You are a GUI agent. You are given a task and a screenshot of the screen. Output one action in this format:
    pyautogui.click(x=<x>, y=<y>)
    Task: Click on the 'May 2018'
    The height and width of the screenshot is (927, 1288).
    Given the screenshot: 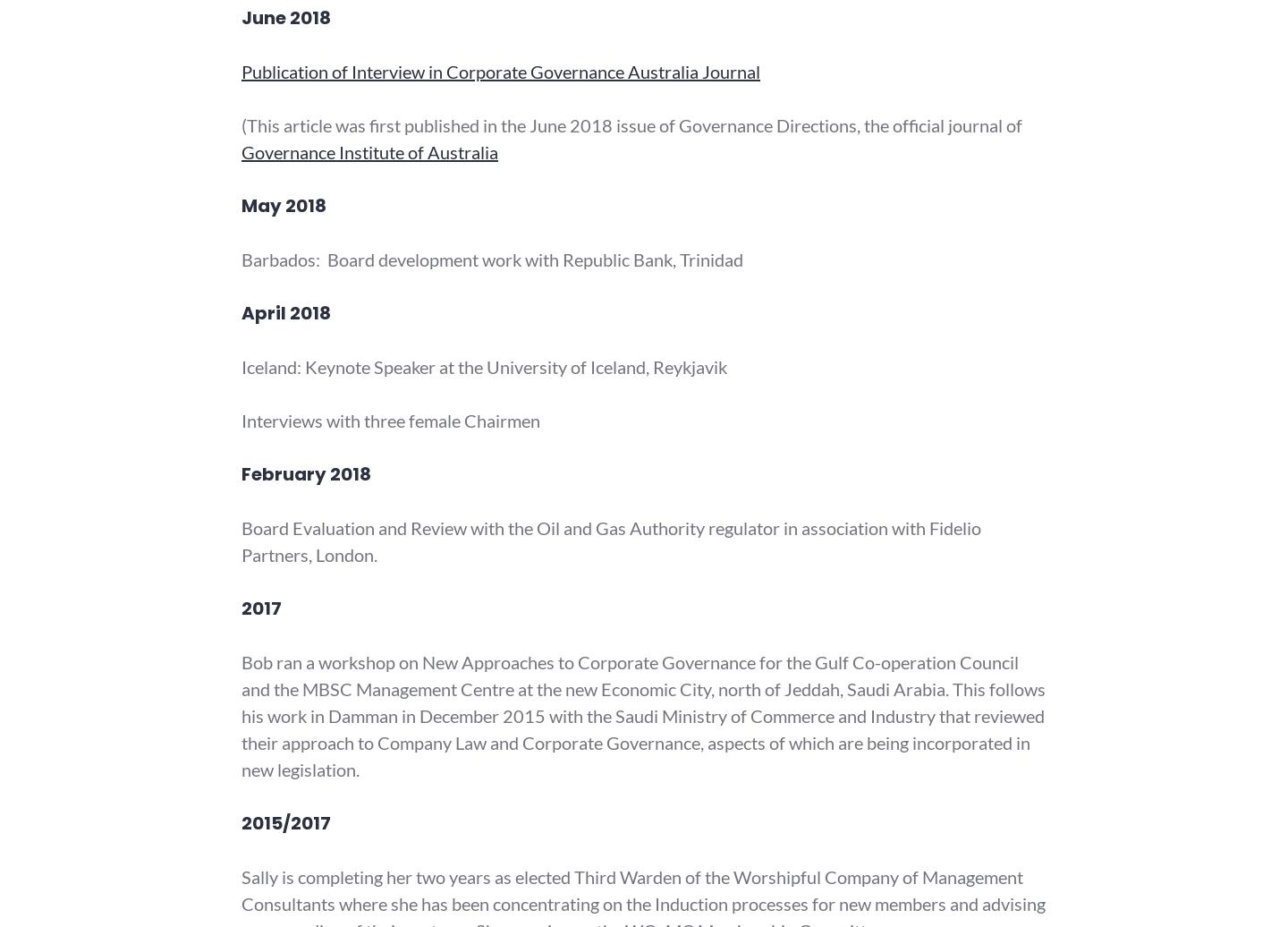 What is the action you would take?
    pyautogui.click(x=284, y=205)
    